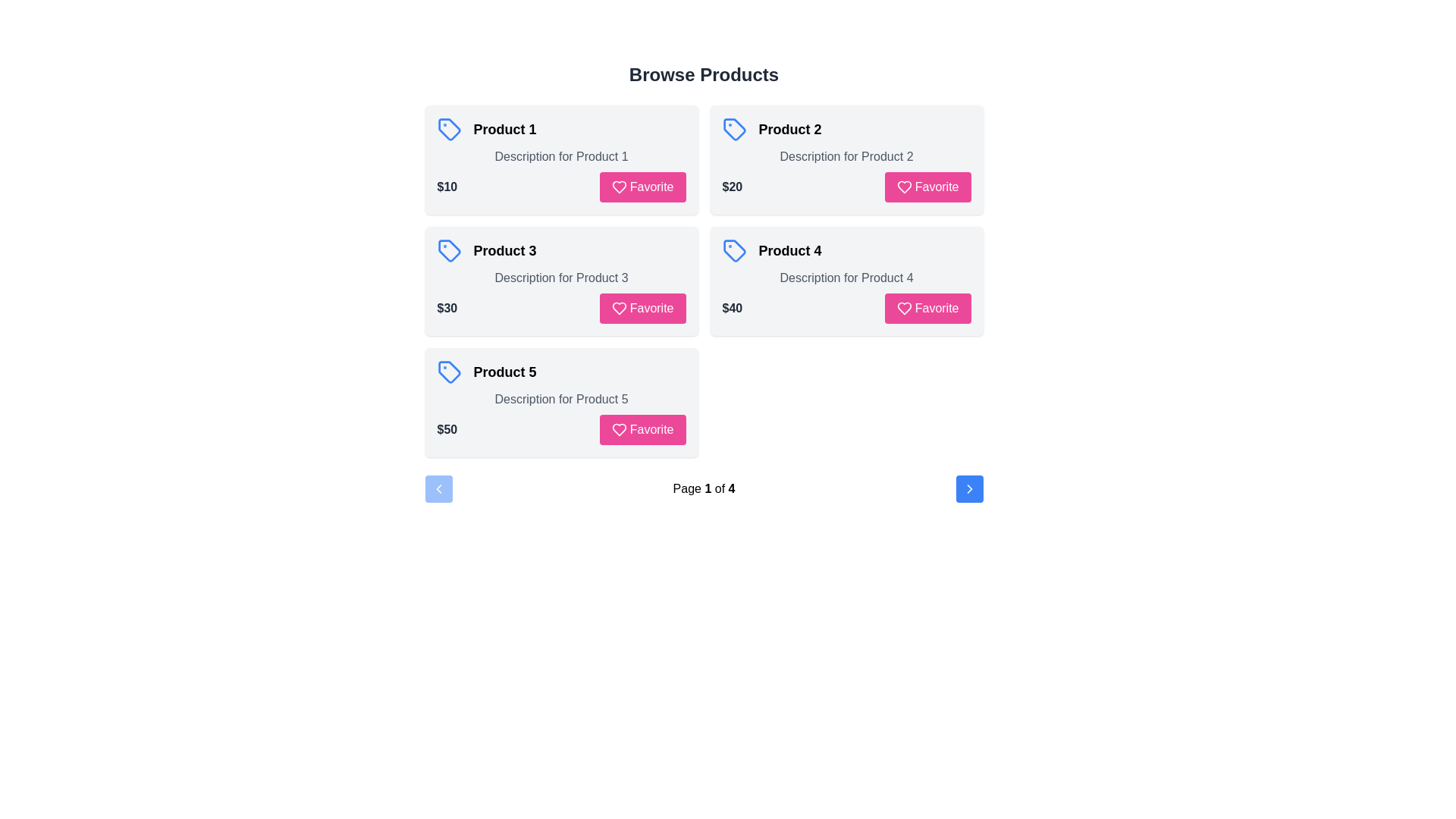 This screenshot has height=819, width=1456. I want to click on the blue price tag icon located in the bottom-left corner of 'Product 5' card, which features a modern flat design with a small dot inside, so click(448, 372).